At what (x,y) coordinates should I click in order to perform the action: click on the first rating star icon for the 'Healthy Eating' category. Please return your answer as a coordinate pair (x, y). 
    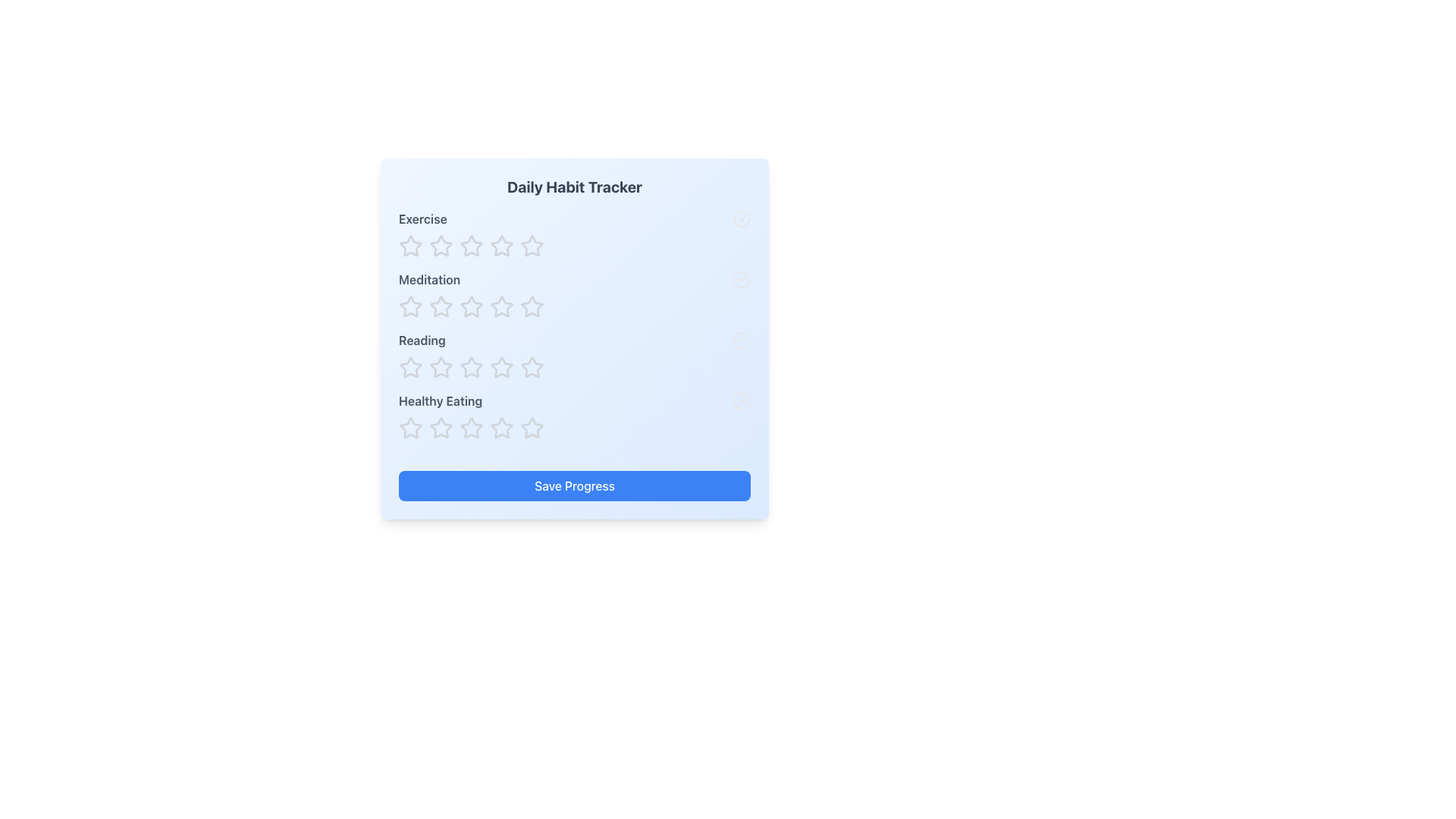
    Looking at the image, I should click on (440, 428).